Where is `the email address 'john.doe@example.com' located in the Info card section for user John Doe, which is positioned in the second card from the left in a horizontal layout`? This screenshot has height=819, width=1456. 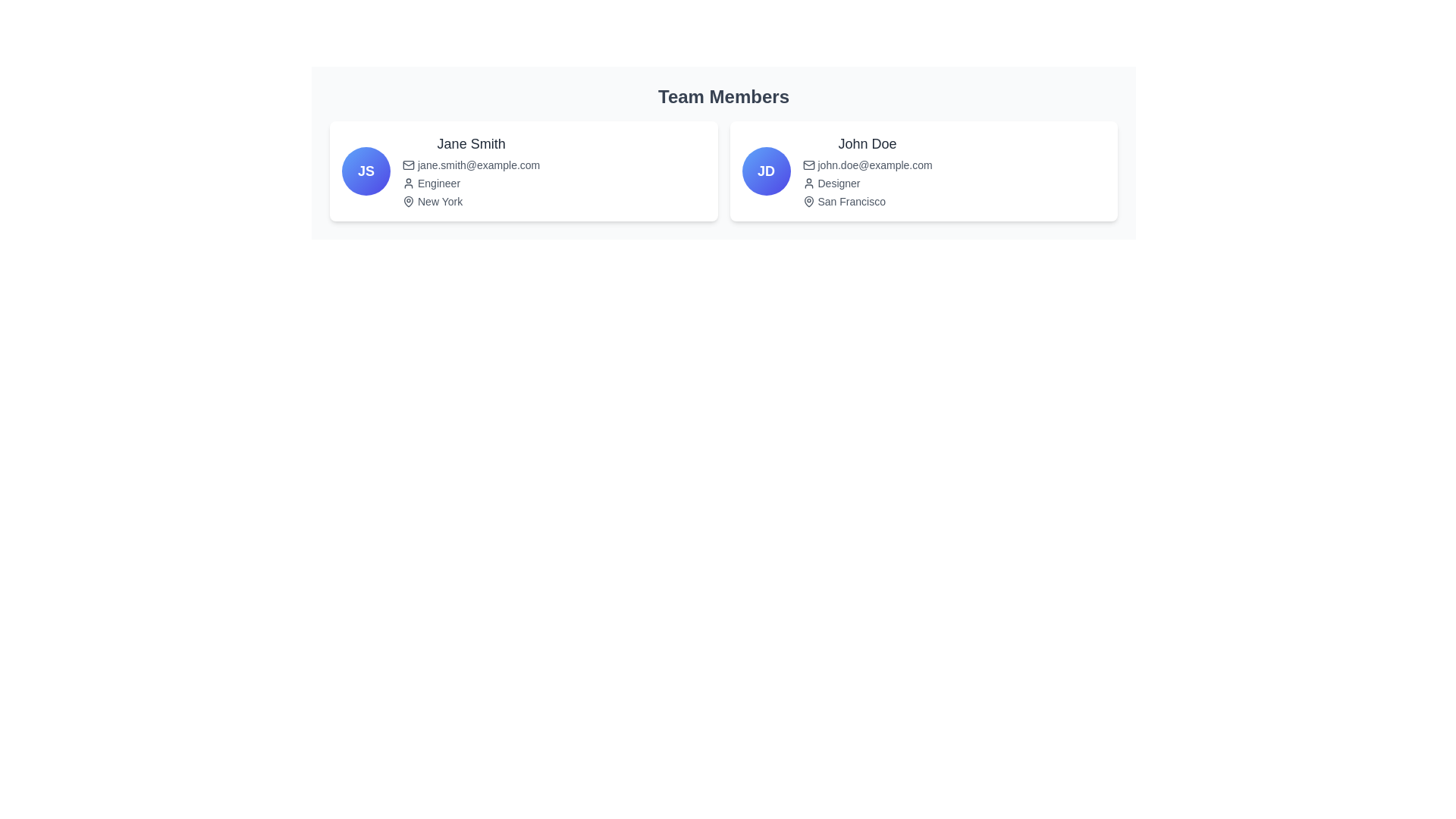
the email address 'john.doe@example.com' located in the Info card section for user John Doe, which is positioned in the second card from the left in a horizontal layout is located at coordinates (868, 171).